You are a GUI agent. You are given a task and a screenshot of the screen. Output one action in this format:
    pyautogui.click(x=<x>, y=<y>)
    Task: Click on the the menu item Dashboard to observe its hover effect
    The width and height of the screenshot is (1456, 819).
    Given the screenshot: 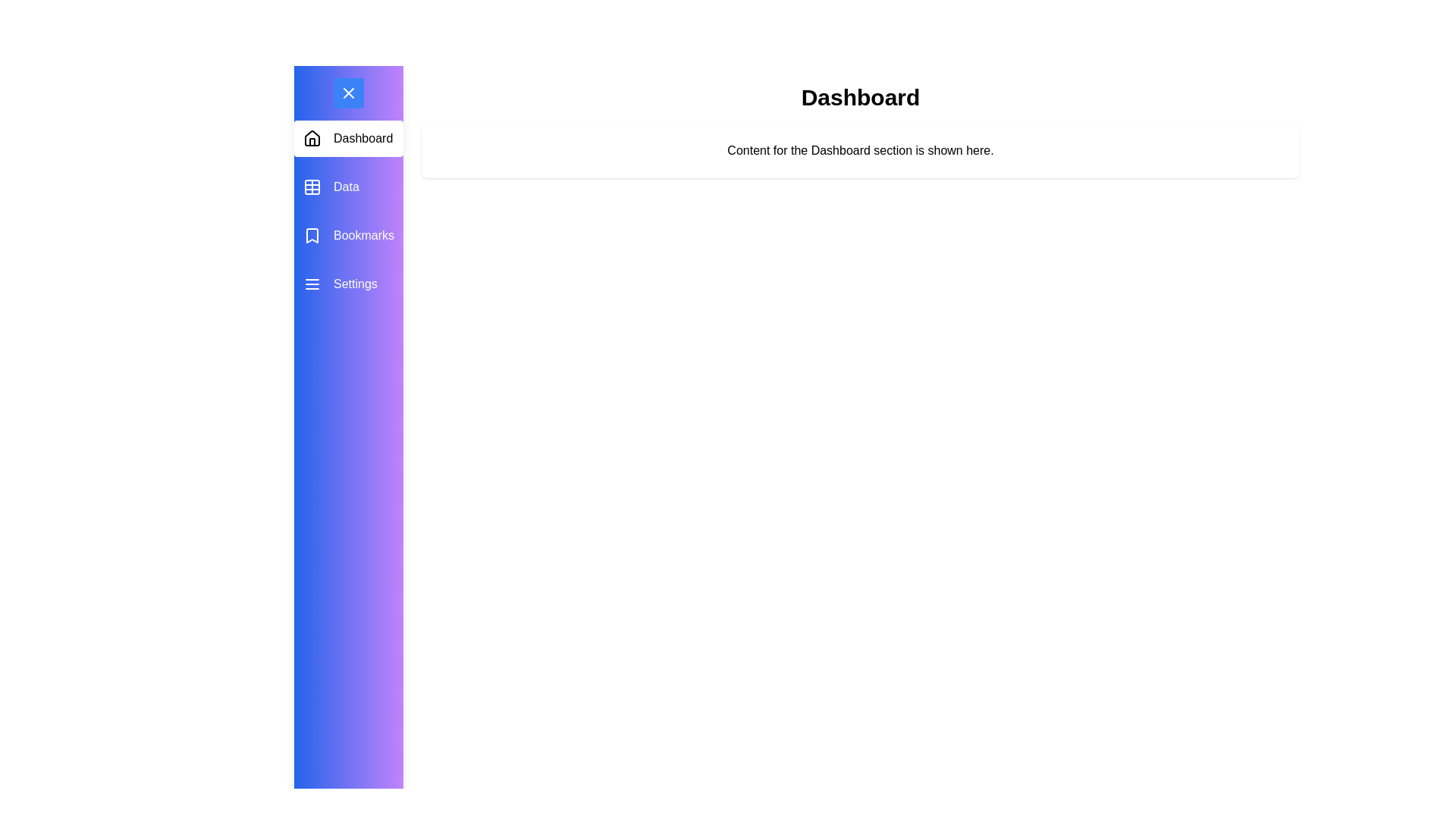 What is the action you would take?
    pyautogui.click(x=348, y=138)
    